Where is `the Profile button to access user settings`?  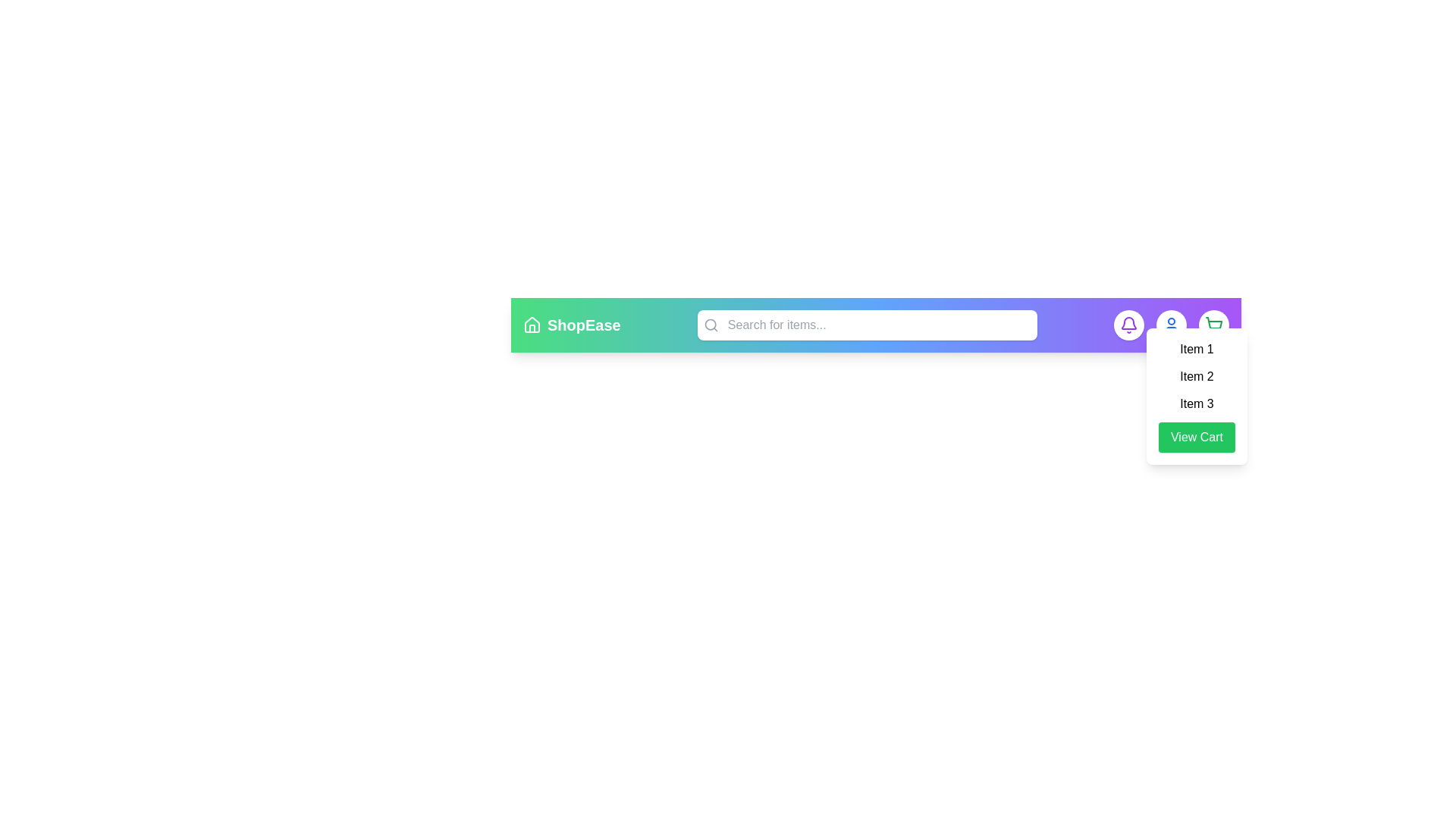 the Profile button to access user settings is located at coordinates (1171, 324).